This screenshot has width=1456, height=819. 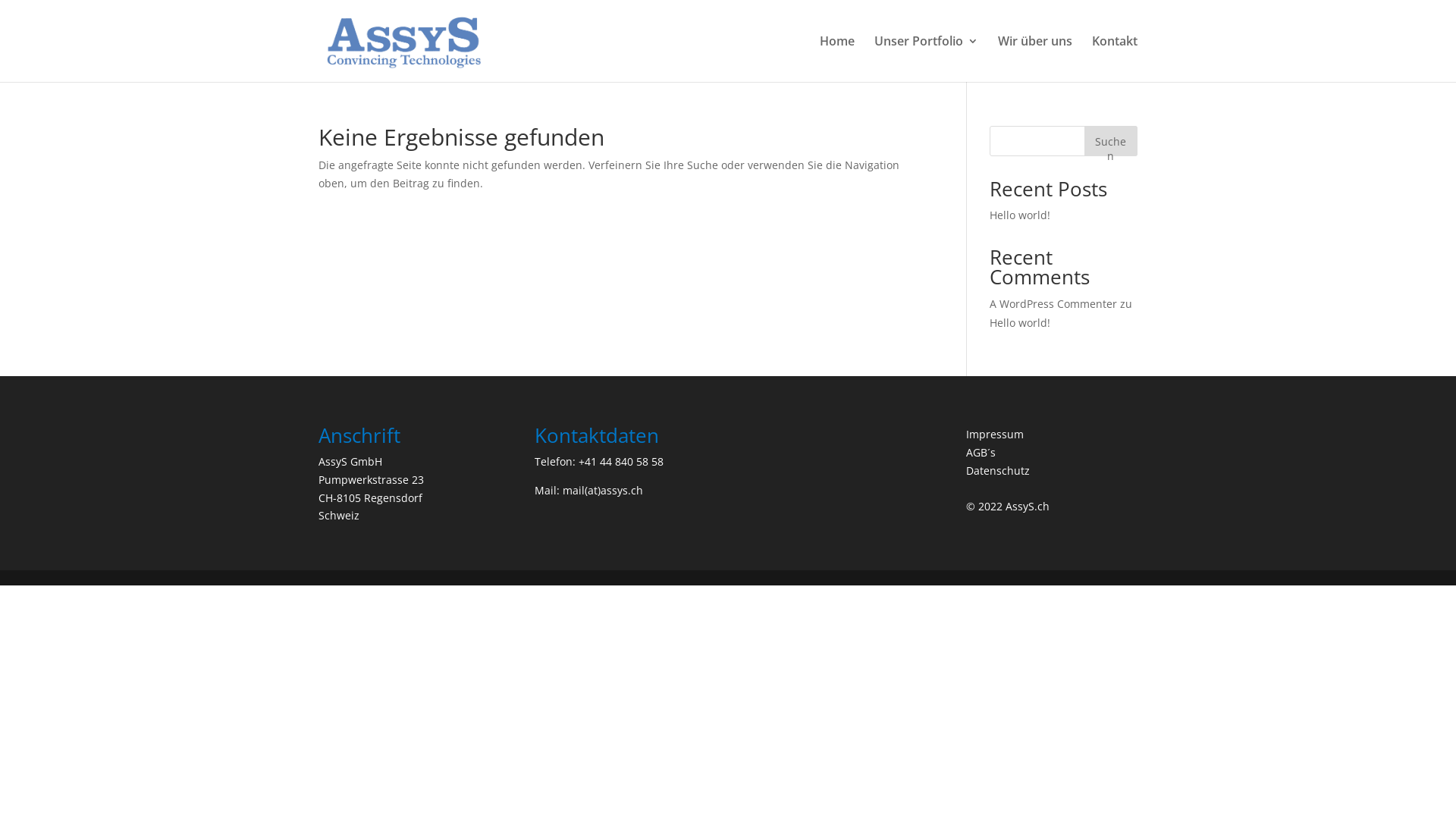 I want to click on 'Kontakt', so click(x=1114, y=58).